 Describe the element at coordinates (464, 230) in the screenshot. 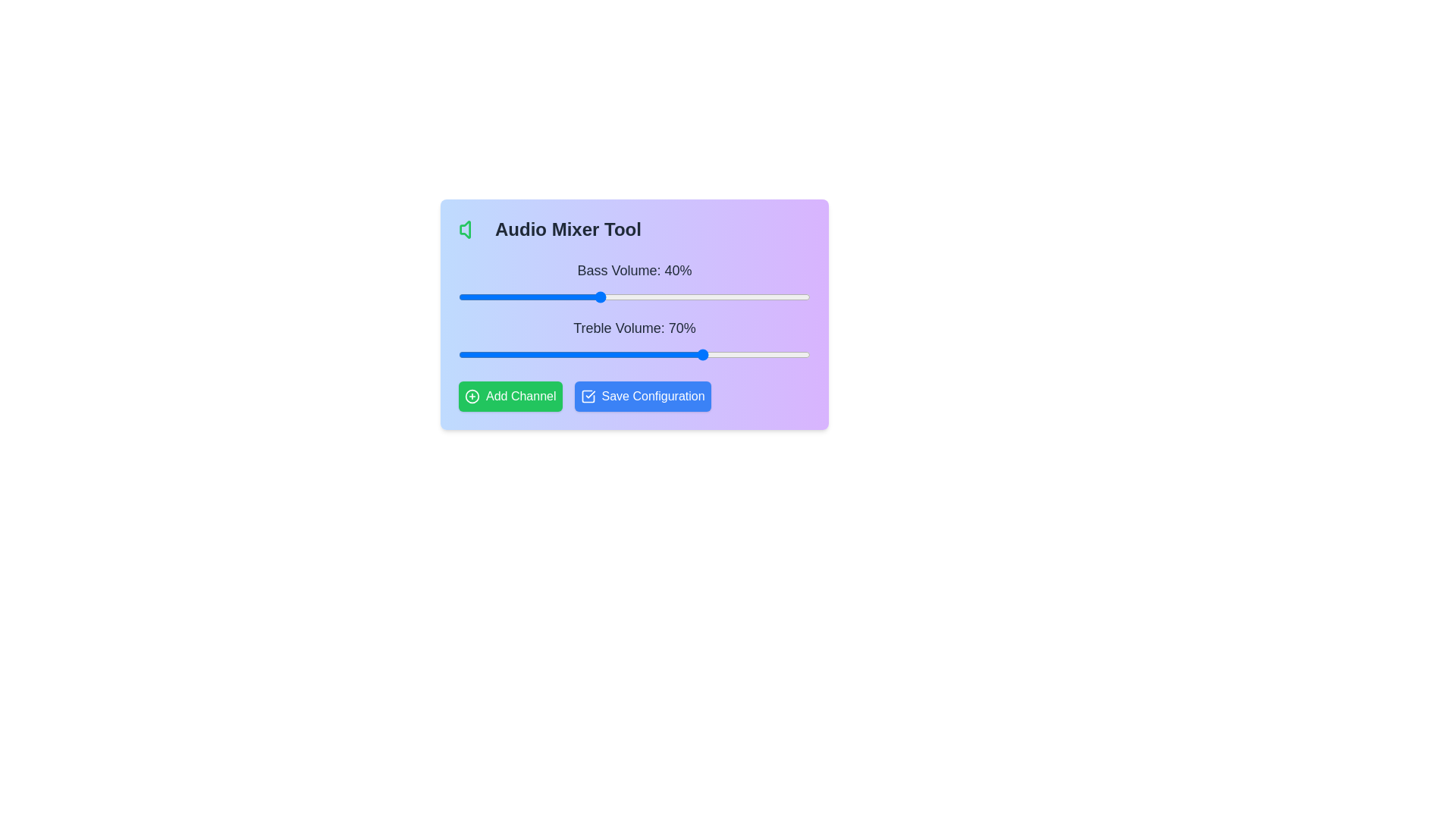

I see `the speaker or volume icon located in the top-left corner of the 'Audio Mixer Tool' panel, which features distinct geometric patterns symbolizing sound waves` at that location.